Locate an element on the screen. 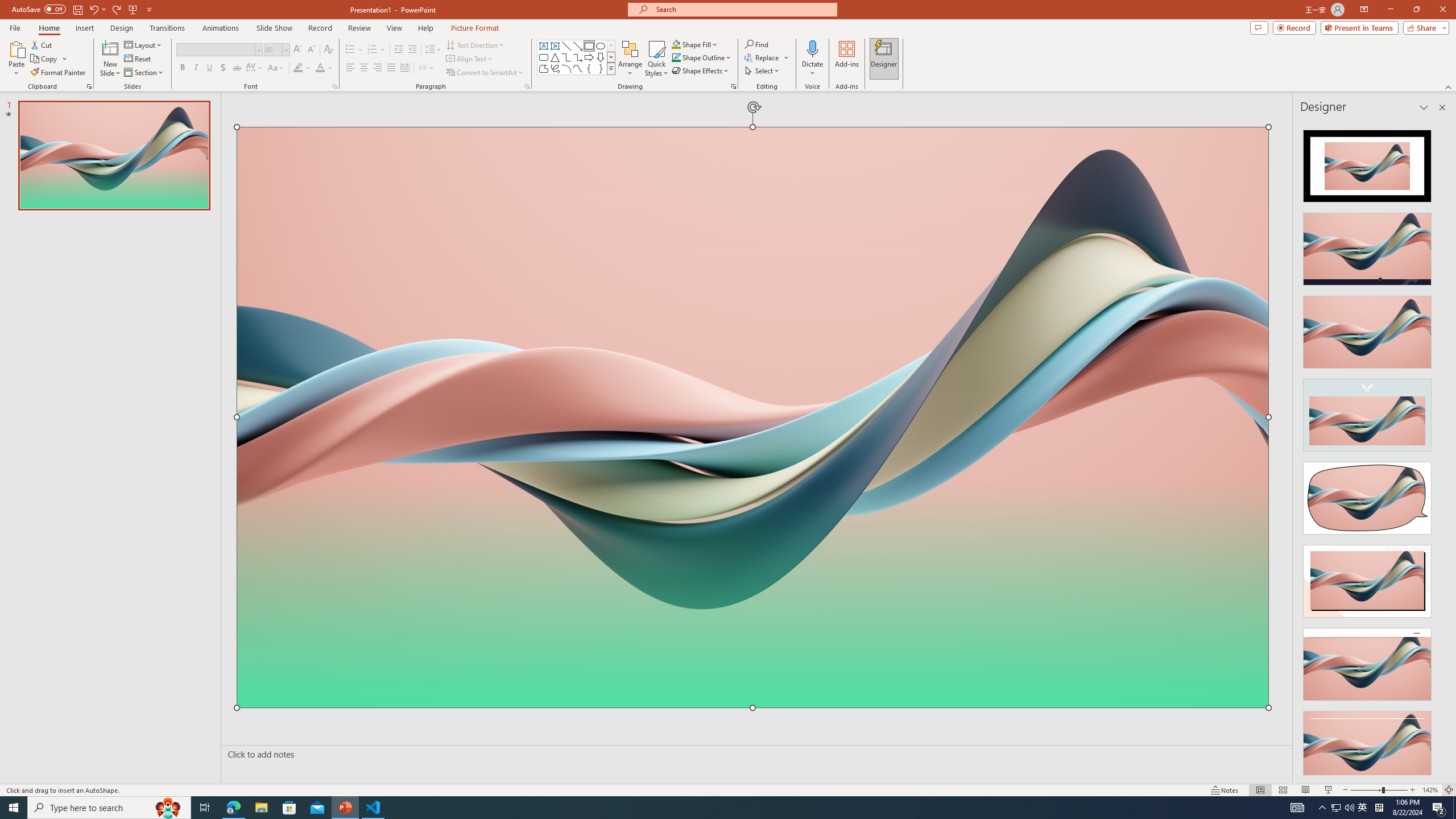 This screenshot has height=819, width=1456. 'Picture Format' is located at coordinates (475, 28).